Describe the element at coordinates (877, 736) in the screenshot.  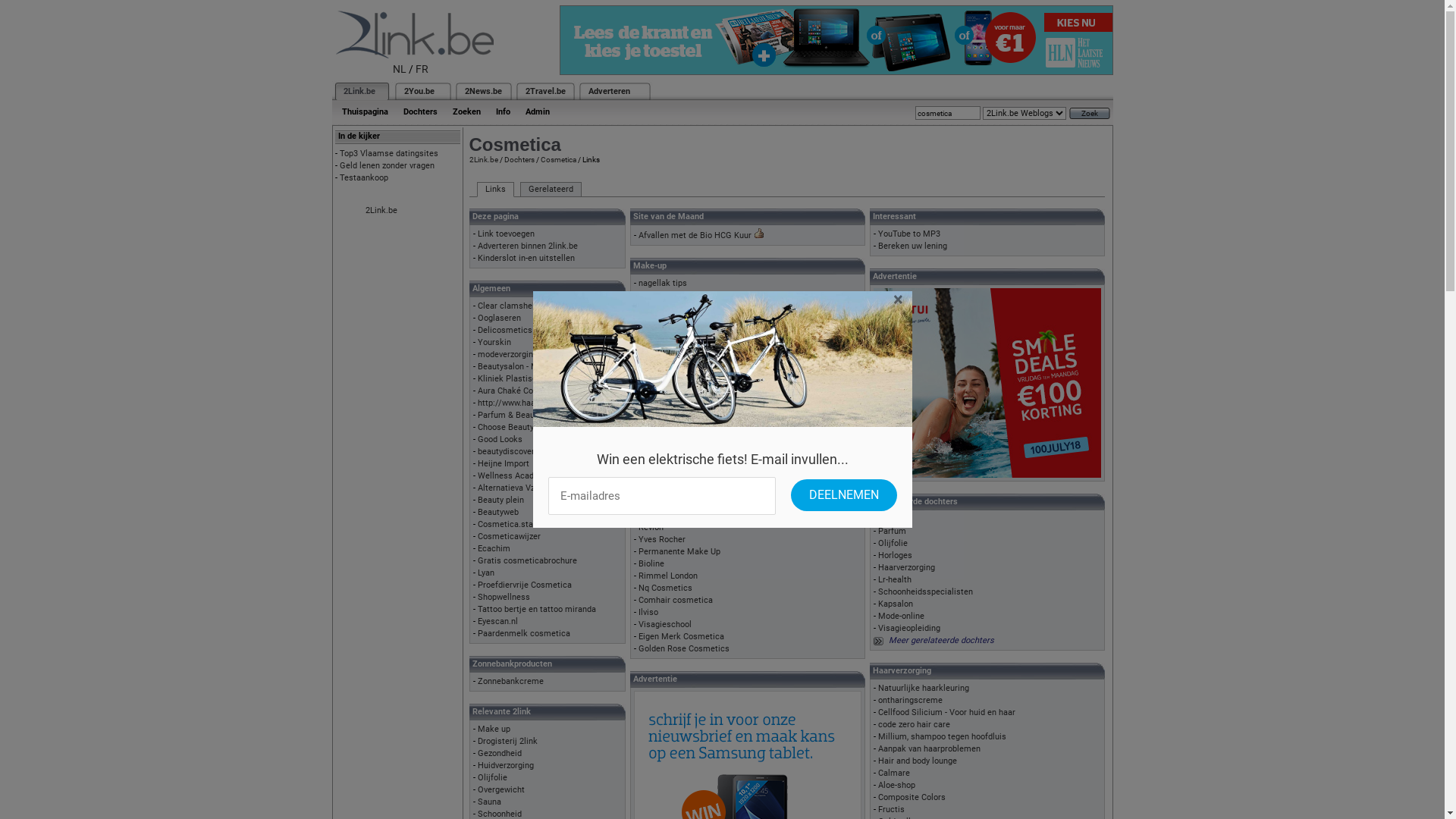
I see `'Millium, shampoo tegen hoofdluis'` at that location.